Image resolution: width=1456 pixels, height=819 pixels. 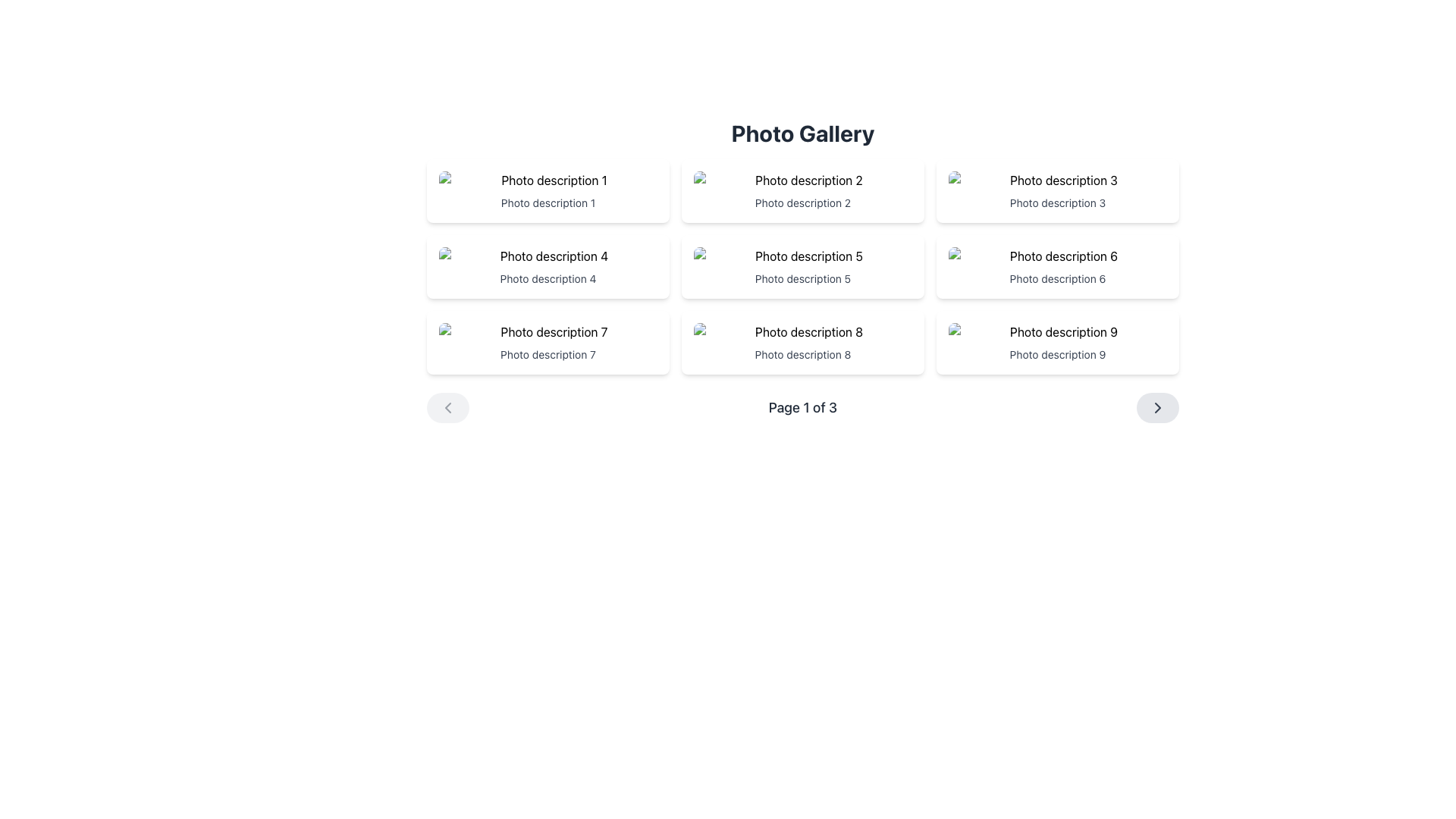 I want to click on the left-facing chevron icon, which is styled as a gray circular button, so click(x=447, y=406).